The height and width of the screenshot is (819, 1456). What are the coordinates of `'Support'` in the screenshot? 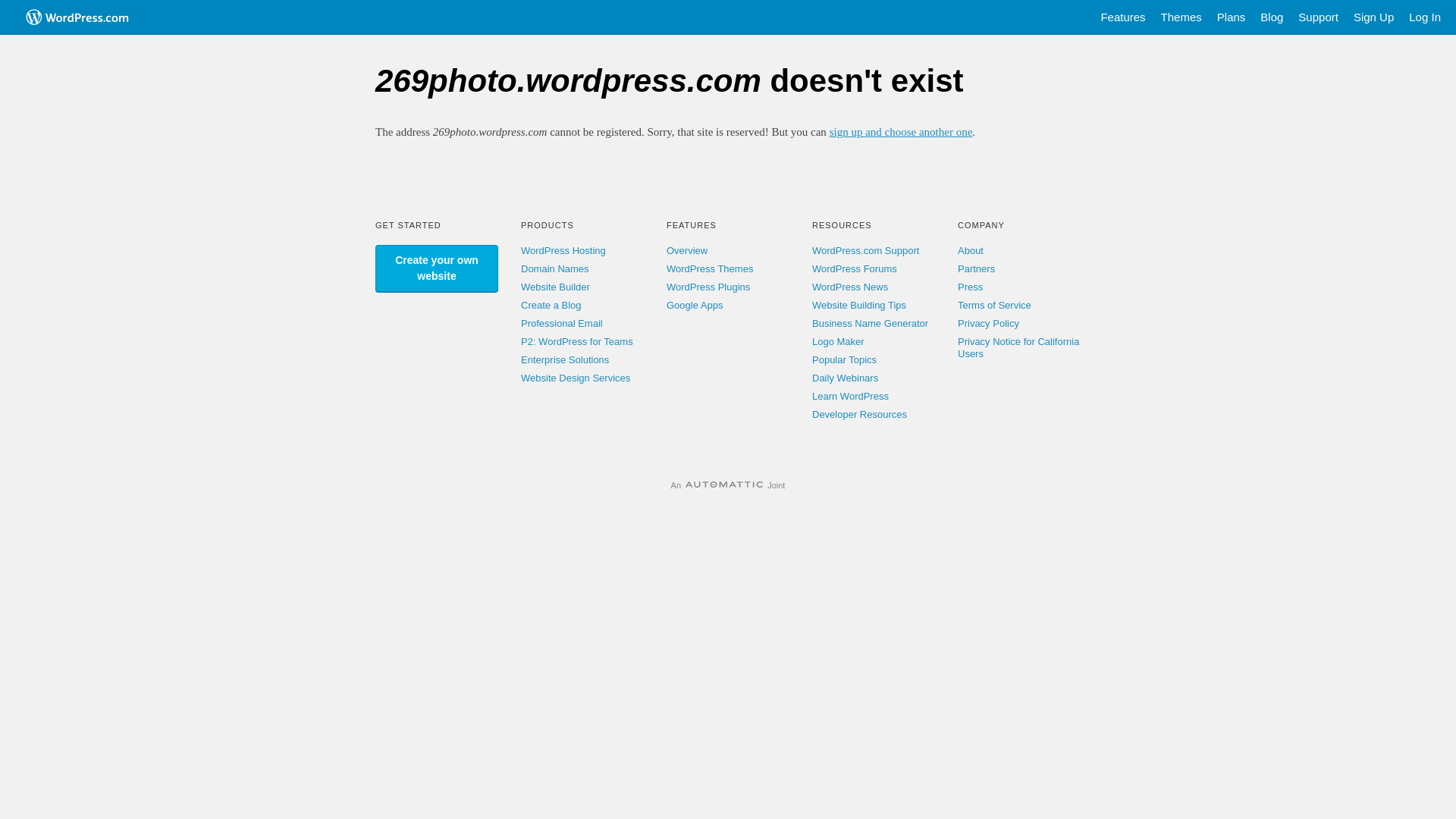 It's located at (1317, 17).